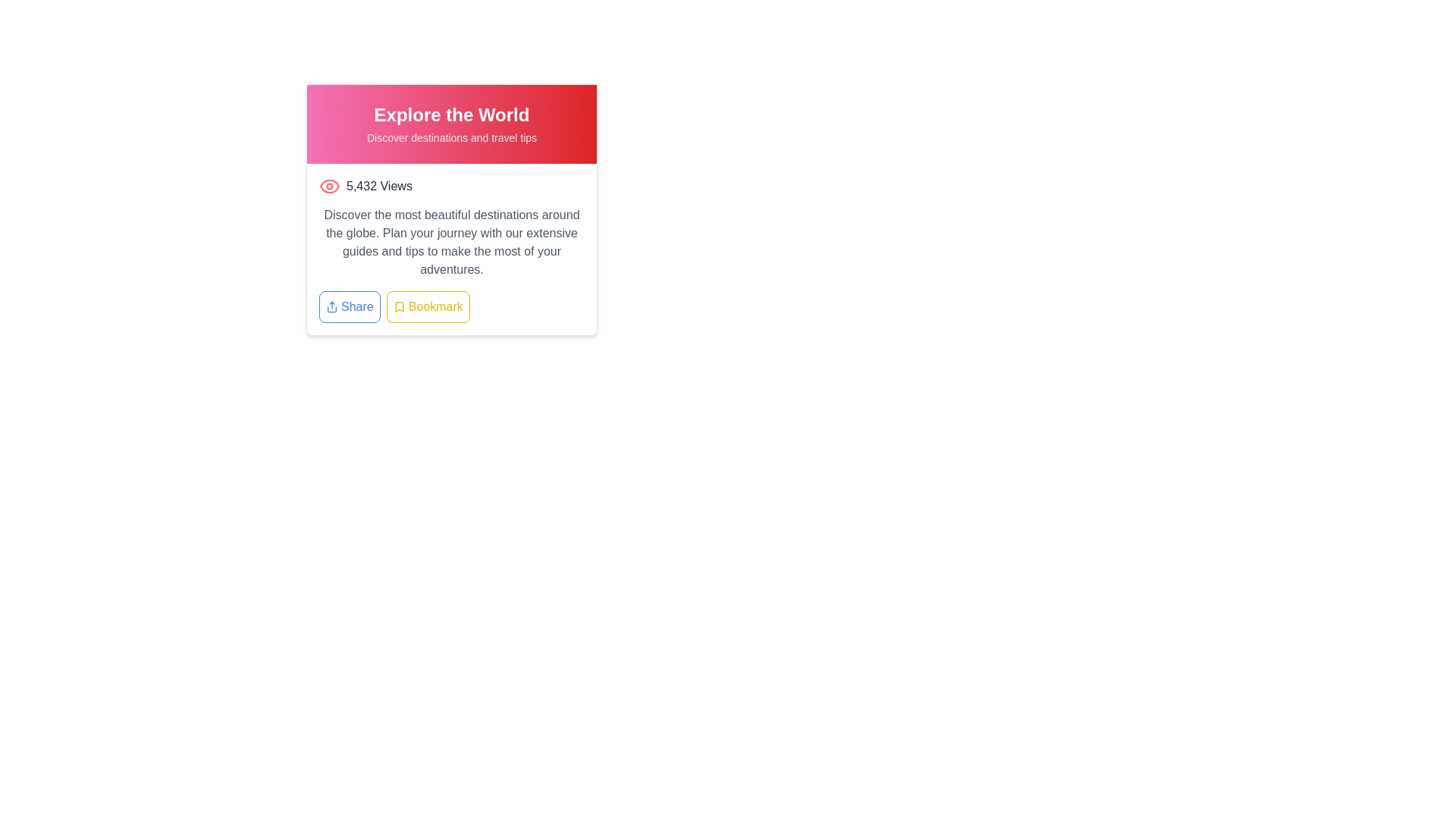  Describe the element at coordinates (329, 185) in the screenshot. I see `the outer oval structure of the eye icon` at that location.